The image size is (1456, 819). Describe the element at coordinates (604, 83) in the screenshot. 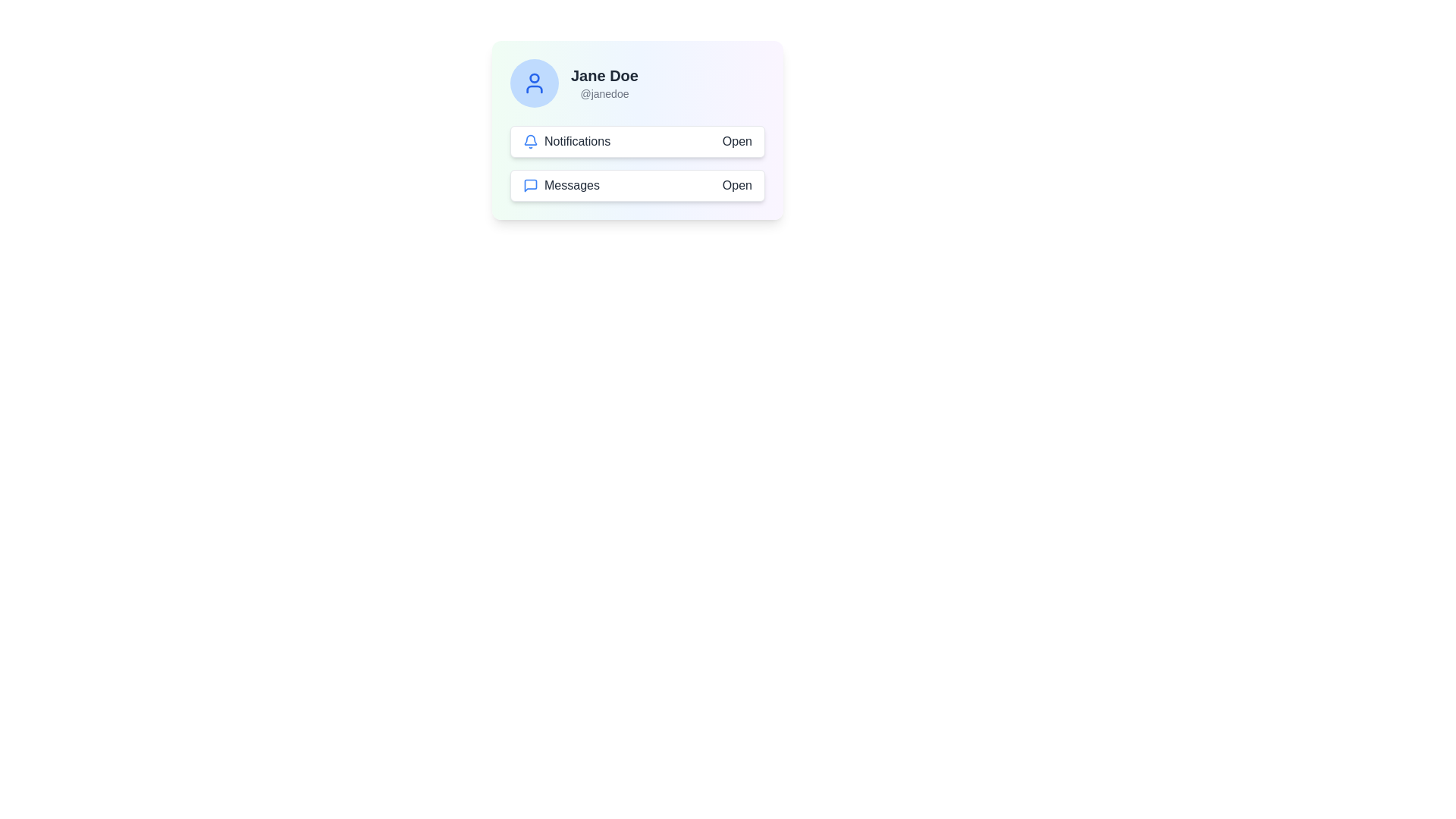

I see `the profile display element showing the user's name 'Jane Doe' and username '@janedoe' located in the top-right section of a white card layout` at that location.